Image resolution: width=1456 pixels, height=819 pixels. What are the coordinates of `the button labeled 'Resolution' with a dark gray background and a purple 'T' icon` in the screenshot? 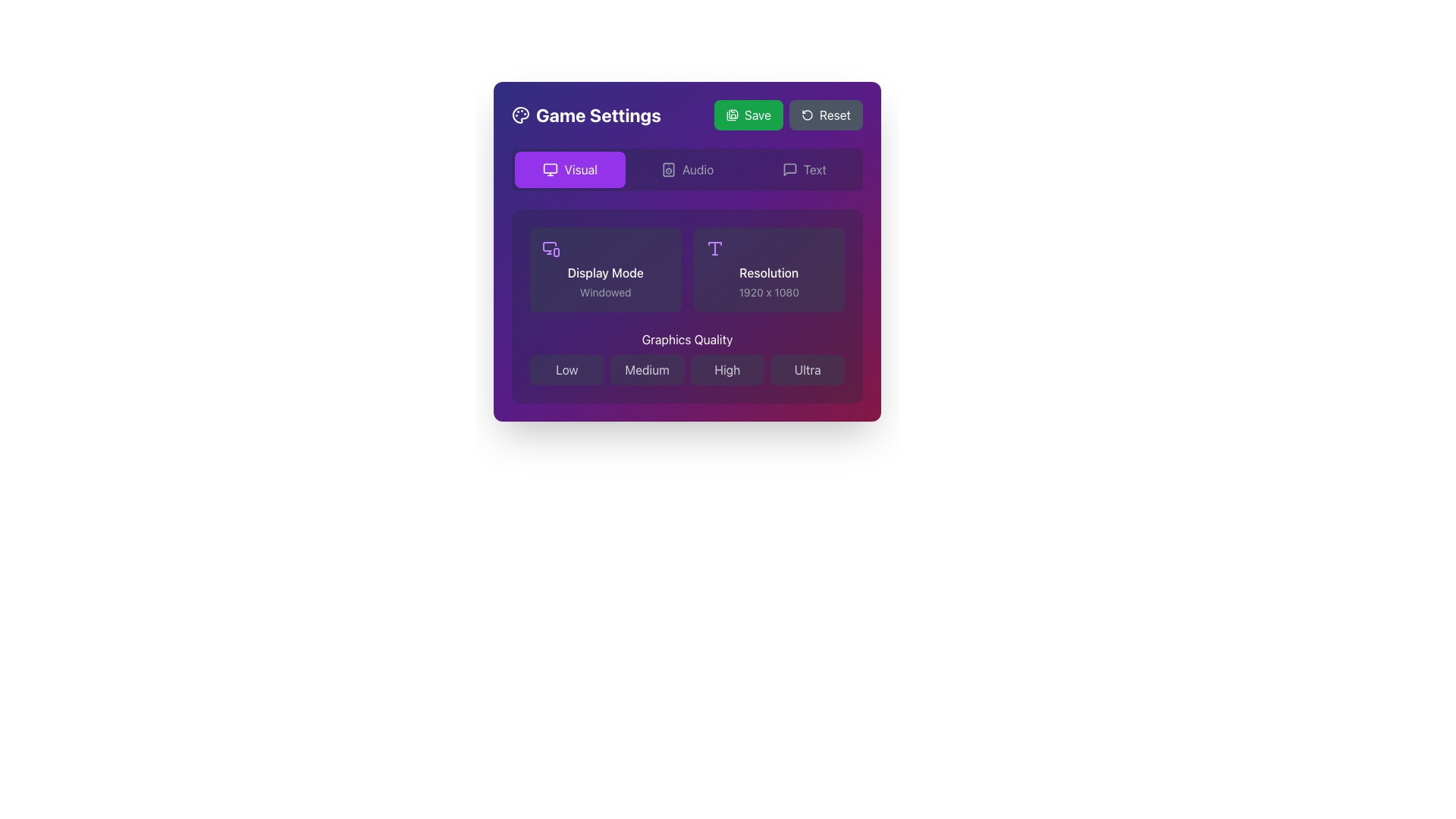 It's located at (769, 268).